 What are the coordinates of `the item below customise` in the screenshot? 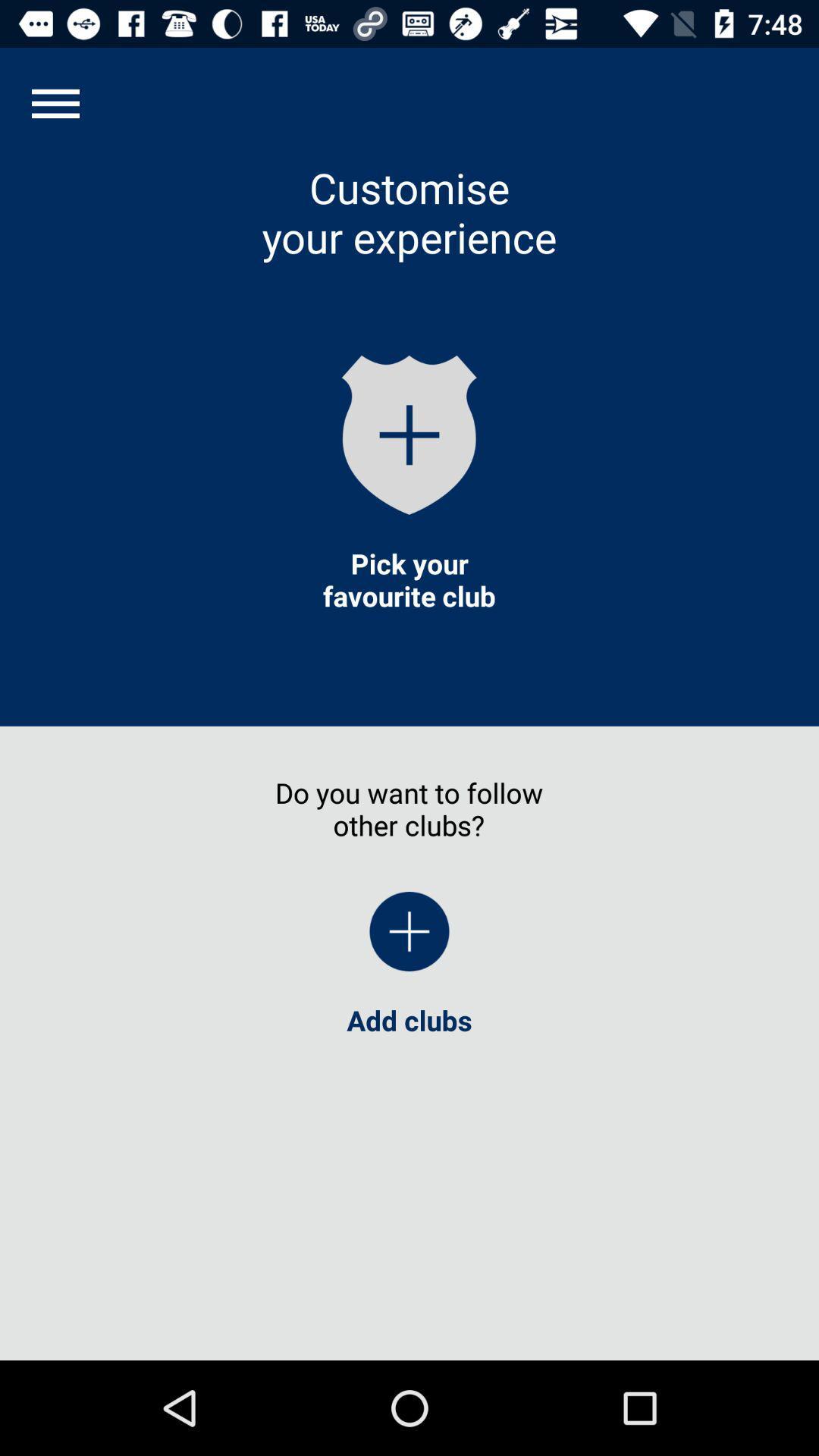 It's located at (409, 434).